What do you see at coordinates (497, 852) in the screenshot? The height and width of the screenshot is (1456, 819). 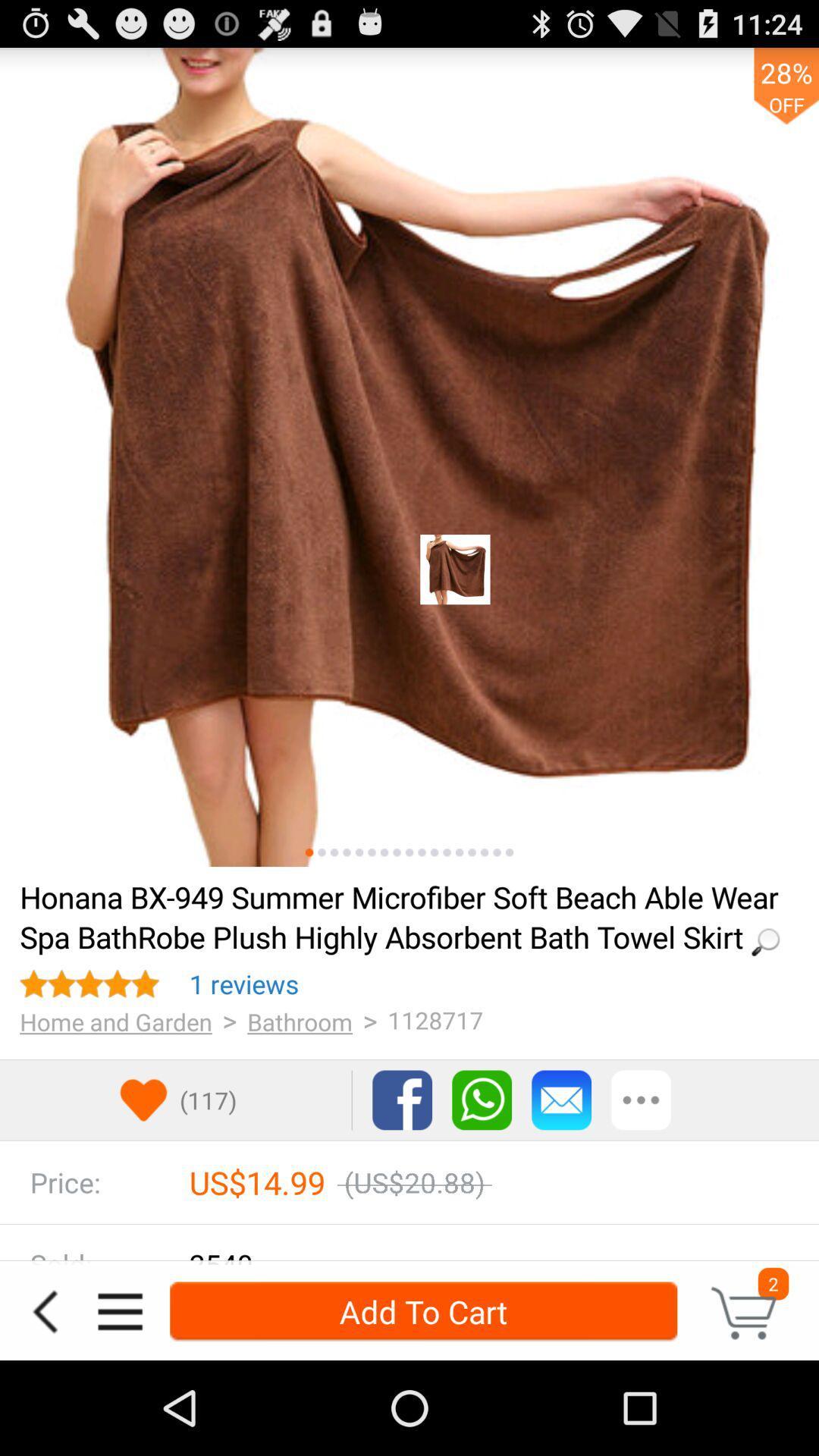 I see `photo` at bounding box center [497, 852].